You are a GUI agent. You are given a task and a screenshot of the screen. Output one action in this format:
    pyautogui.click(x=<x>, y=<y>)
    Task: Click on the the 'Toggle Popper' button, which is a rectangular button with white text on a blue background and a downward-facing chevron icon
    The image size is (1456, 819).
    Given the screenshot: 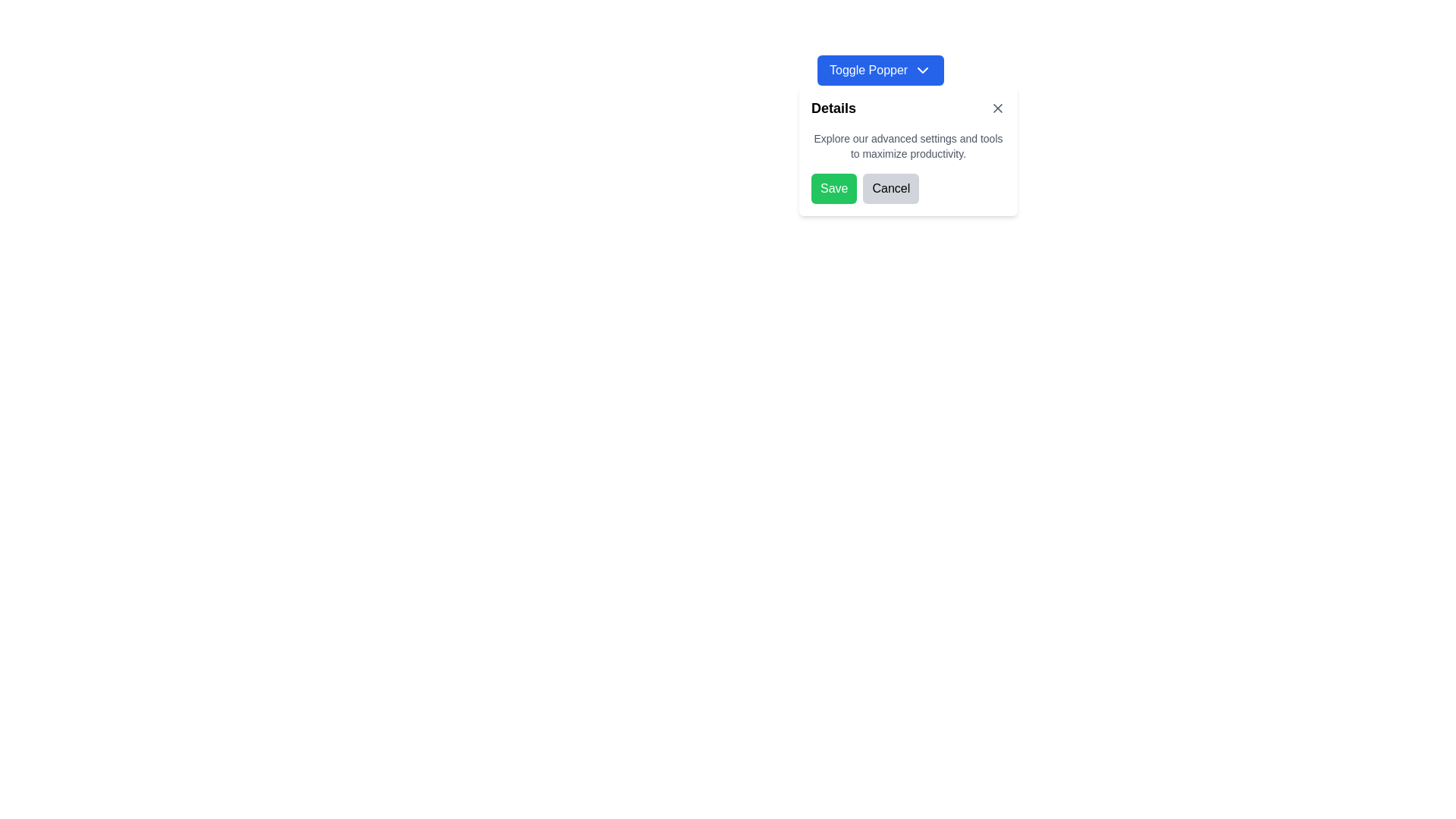 What is the action you would take?
    pyautogui.click(x=880, y=70)
    